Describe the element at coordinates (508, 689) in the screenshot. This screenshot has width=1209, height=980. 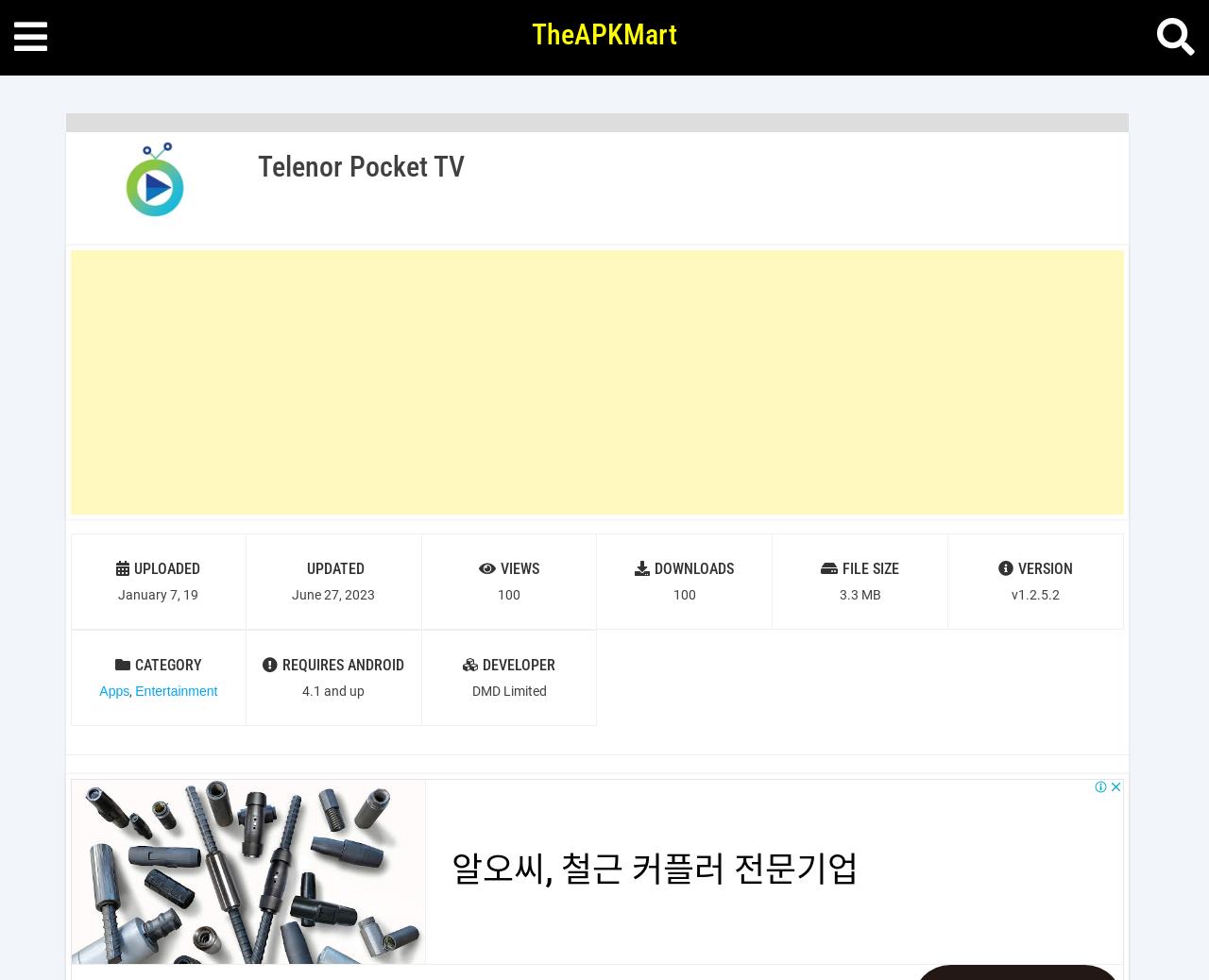
I see `'DMD Limited'` at that location.